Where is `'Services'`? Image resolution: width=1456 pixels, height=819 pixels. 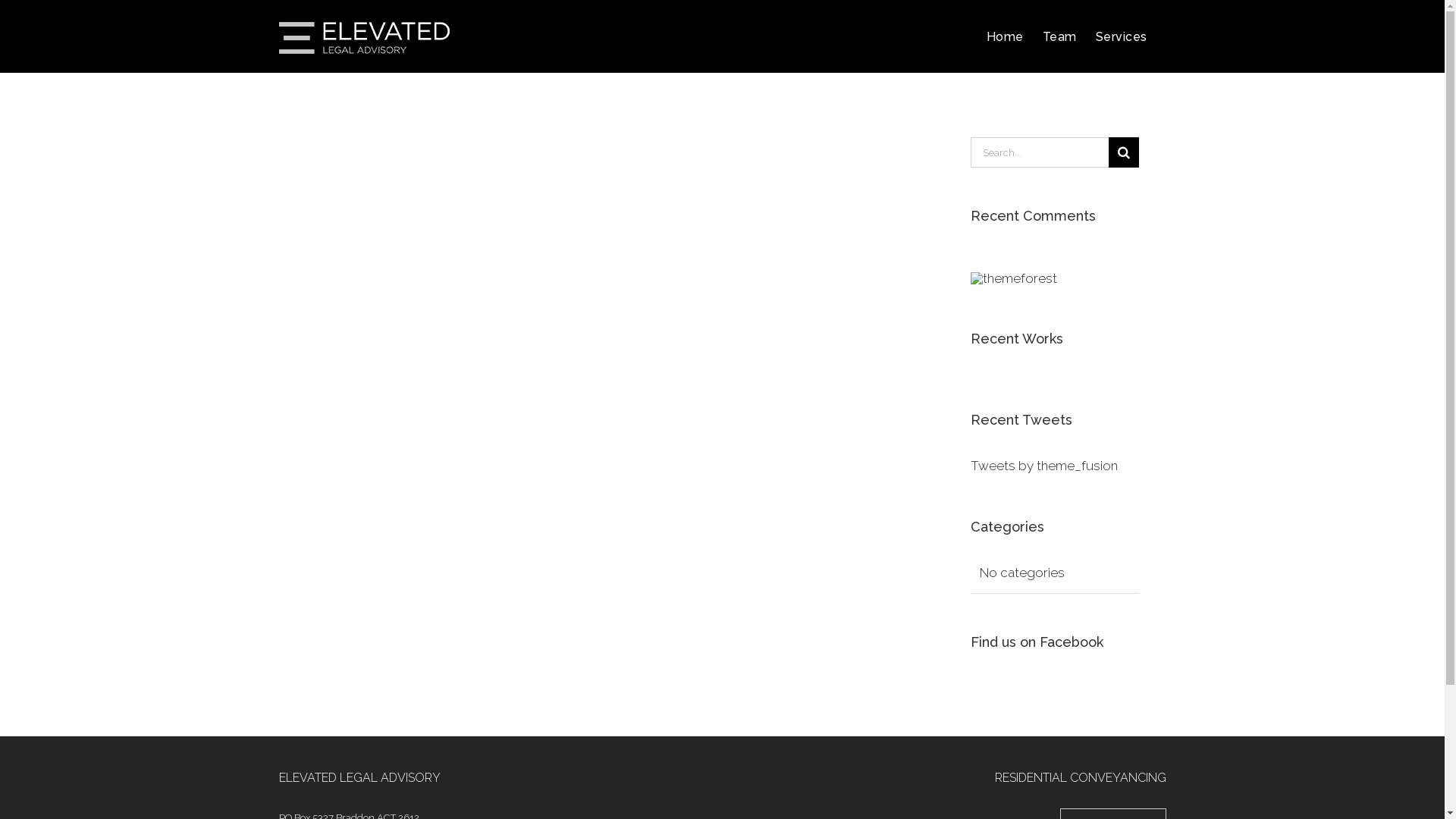 'Services' is located at coordinates (1121, 35).